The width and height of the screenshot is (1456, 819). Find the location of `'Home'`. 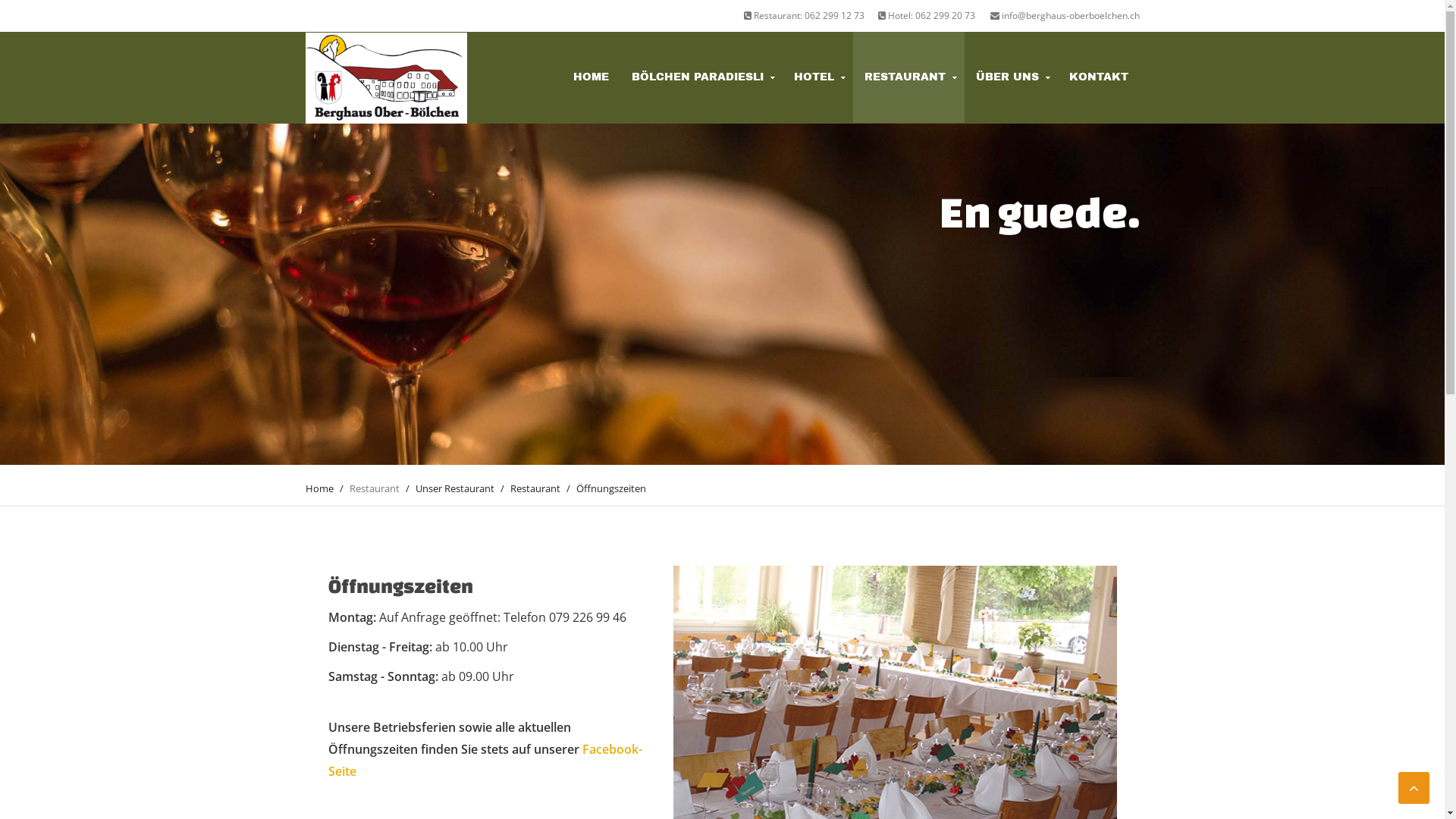

'Home' is located at coordinates (318, 488).